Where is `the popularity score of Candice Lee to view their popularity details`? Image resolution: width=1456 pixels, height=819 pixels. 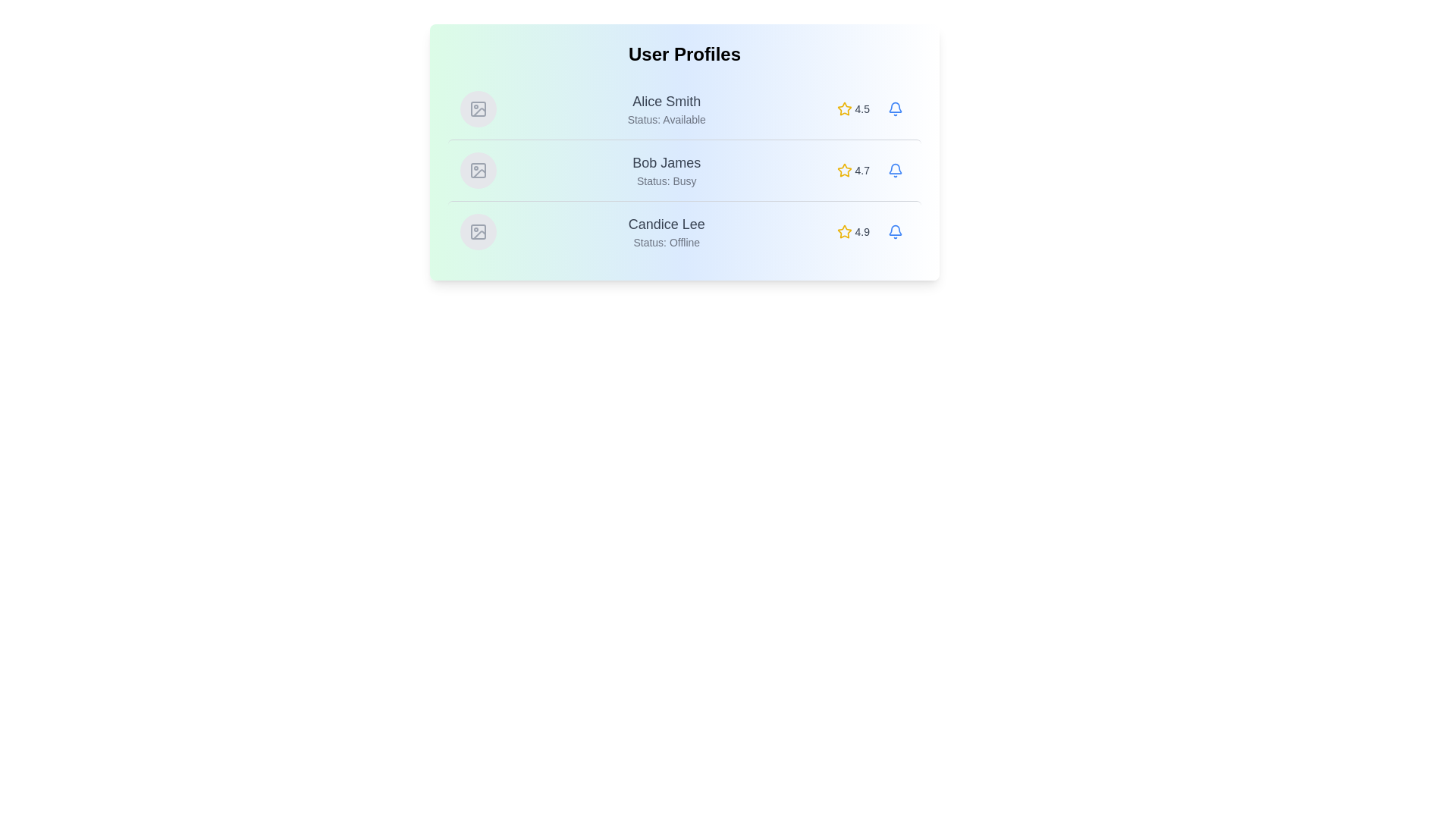
the popularity score of Candice Lee to view their popularity details is located at coordinates (852, 231).